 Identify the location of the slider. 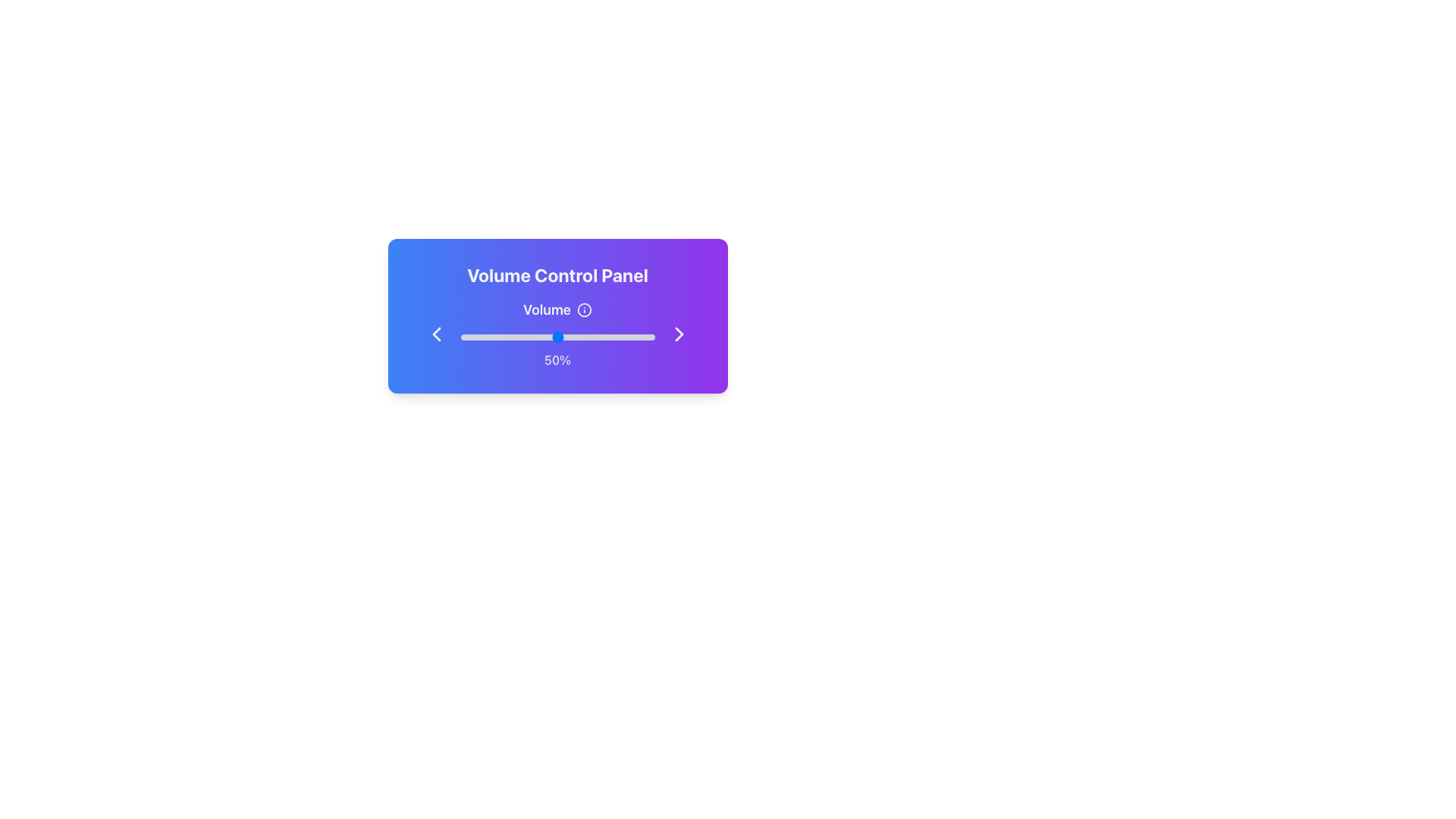
(652, 336).